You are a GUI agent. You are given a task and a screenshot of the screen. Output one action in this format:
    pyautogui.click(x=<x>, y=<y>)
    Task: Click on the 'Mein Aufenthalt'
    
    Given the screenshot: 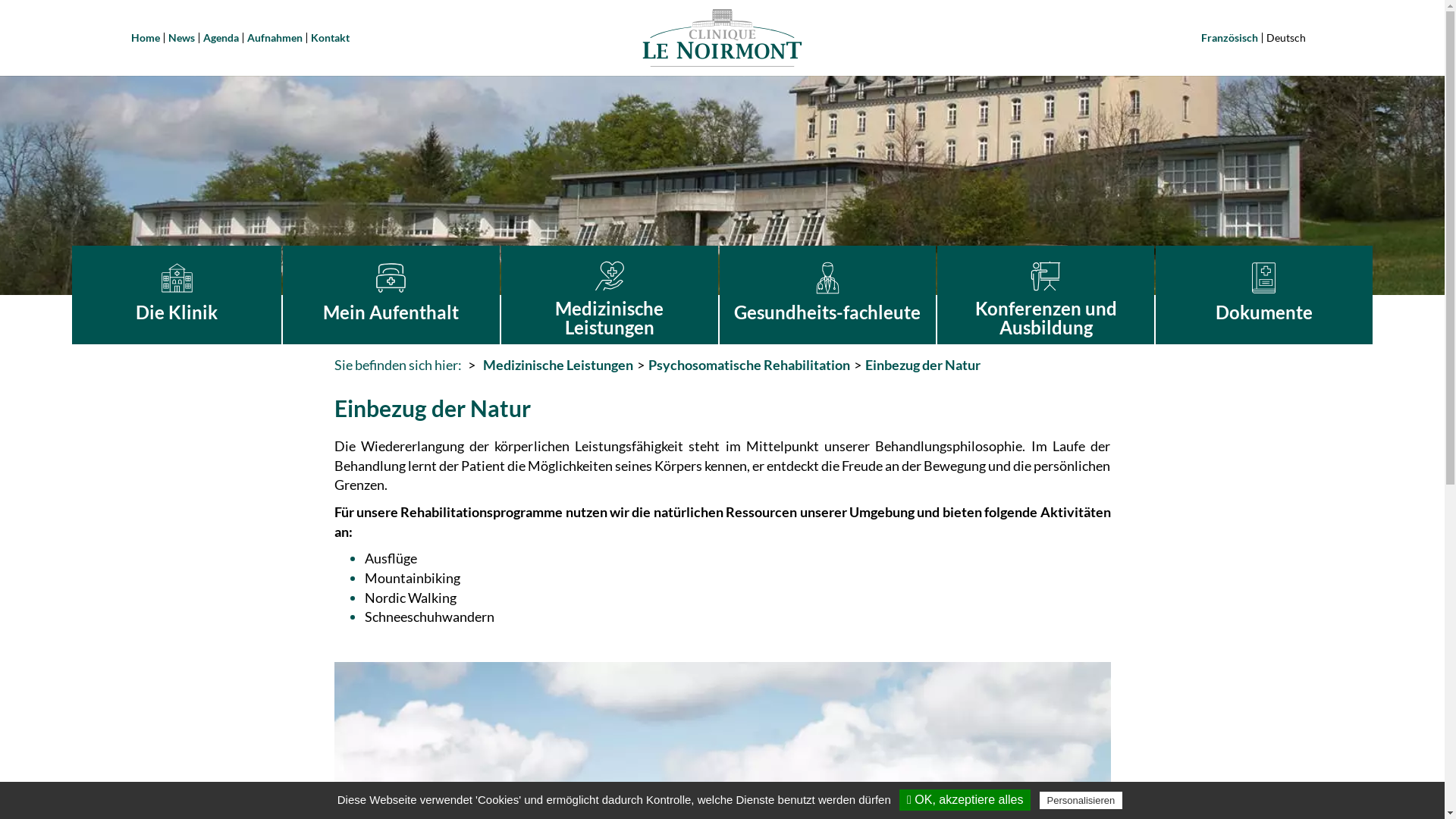 What is the action you would take?
    pyautogui.click(x=391, y=295)
    